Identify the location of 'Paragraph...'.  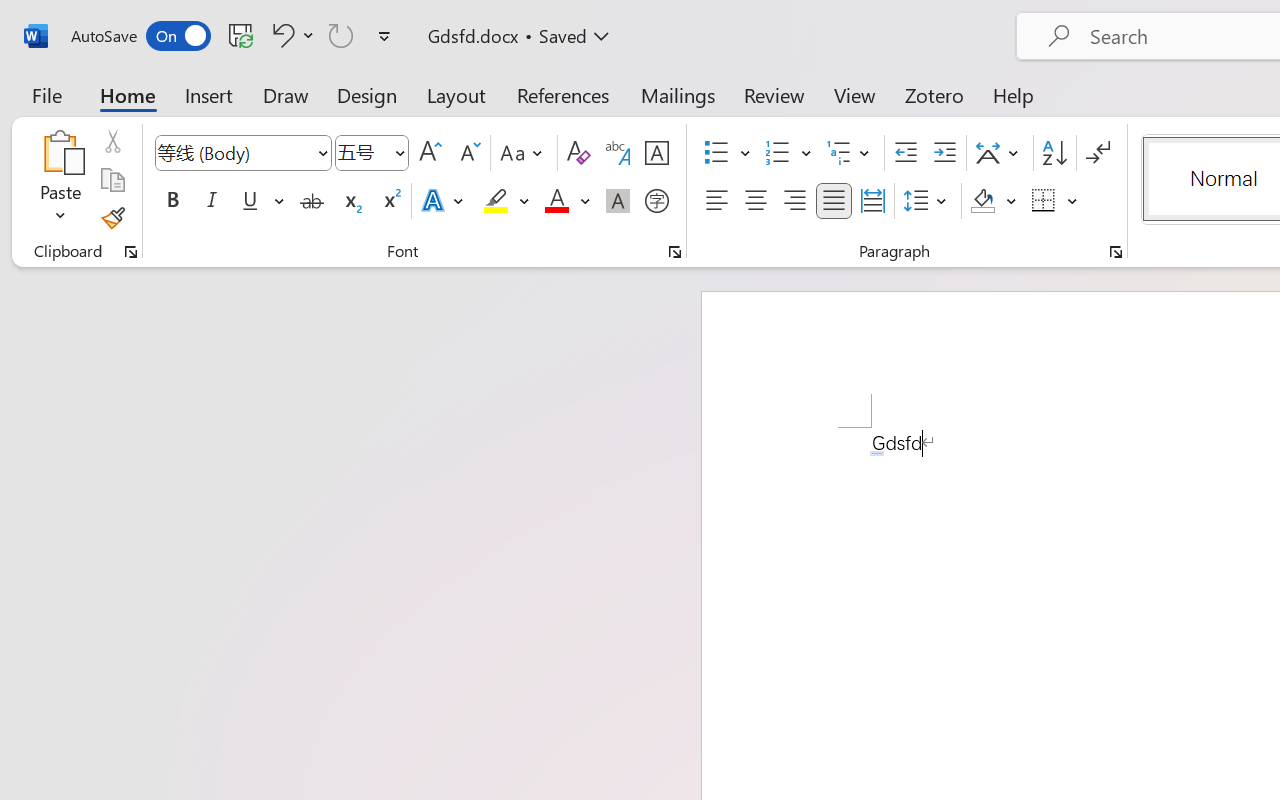
(1114, 251).